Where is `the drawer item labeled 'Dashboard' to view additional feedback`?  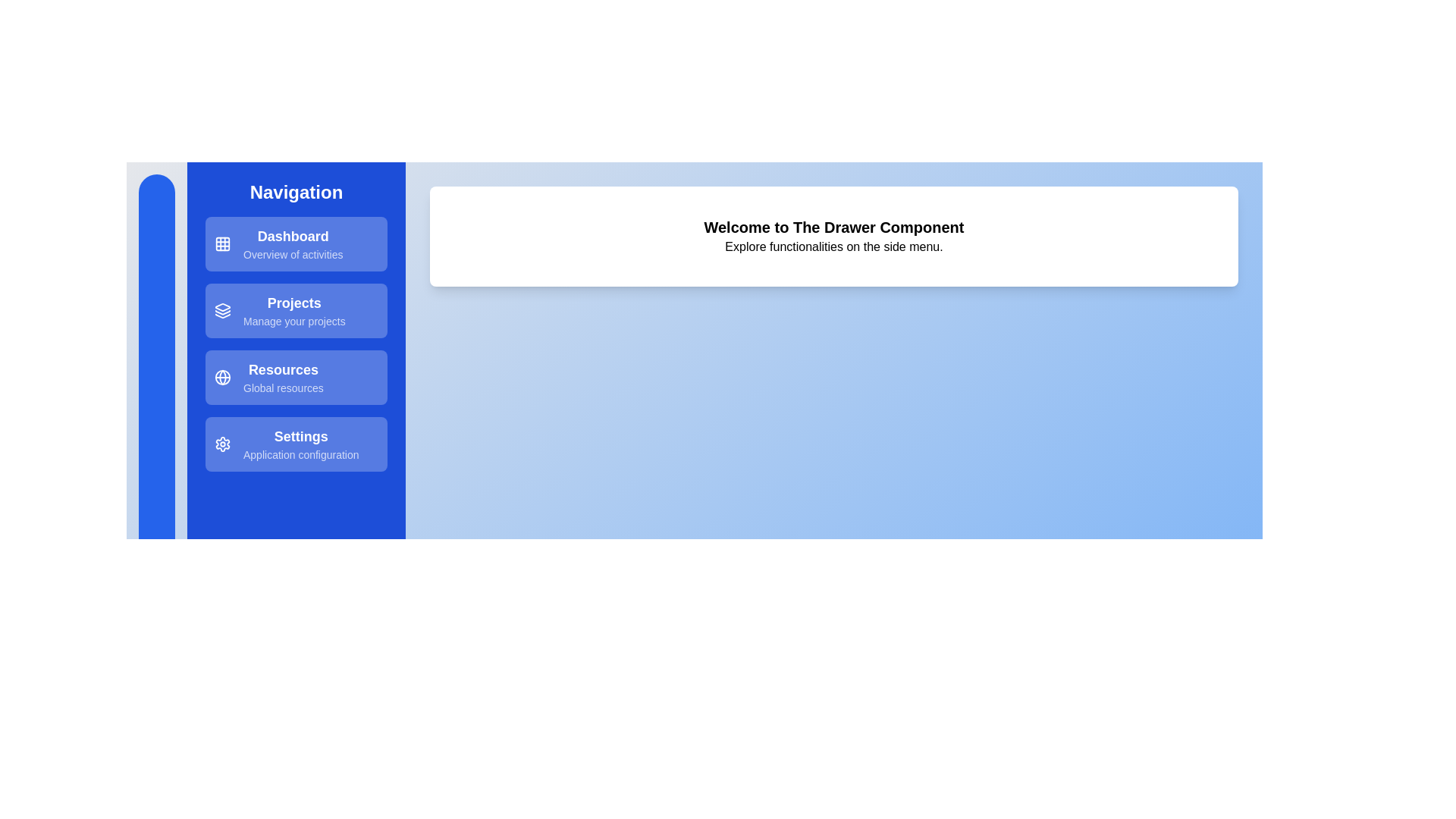
the drawer item labeled 'Dashboard' to view additional feedback is located at coordinates (296, 243).